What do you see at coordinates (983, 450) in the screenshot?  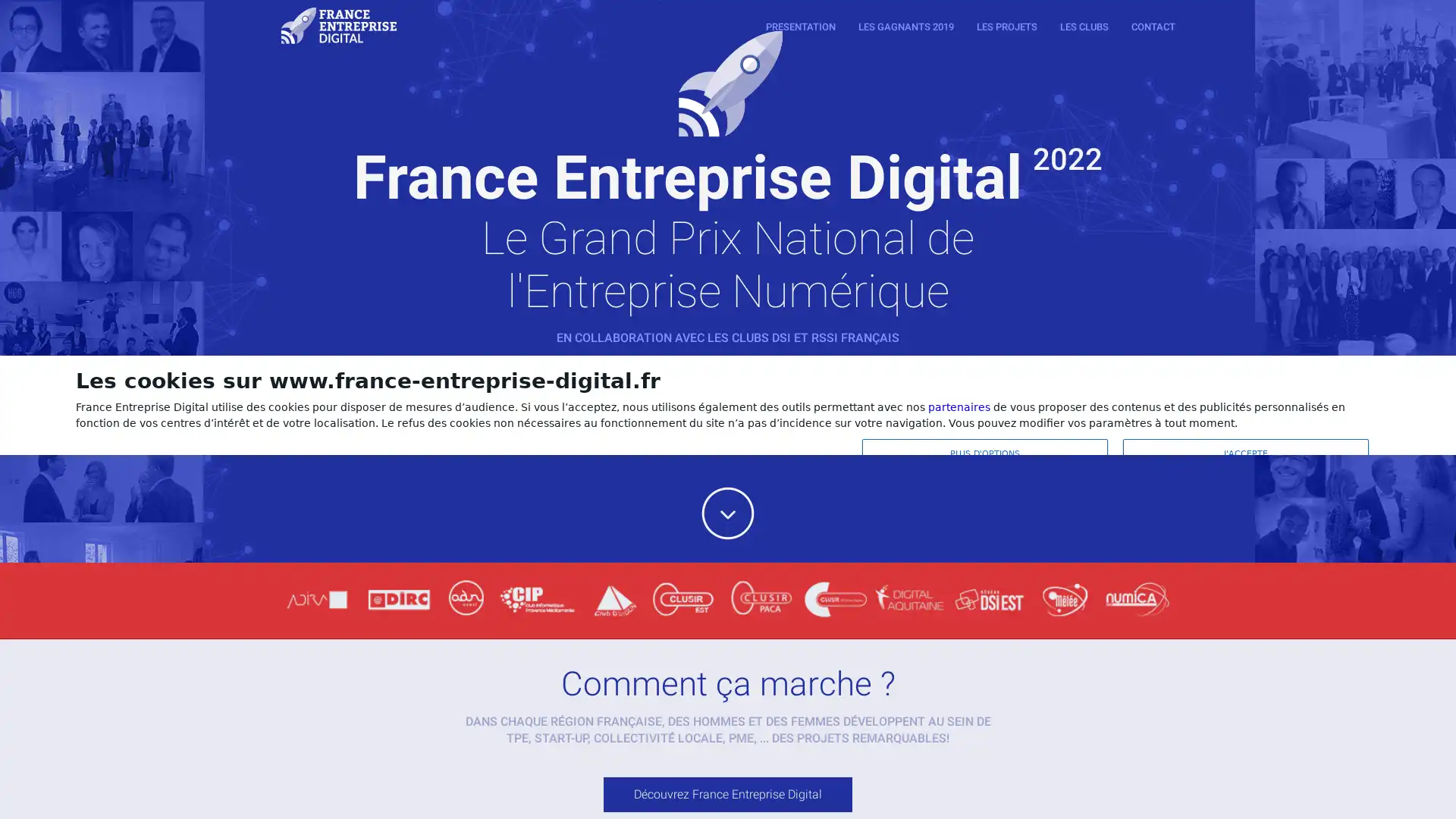 I see `PLUS D'OPTIONS` at bounding box center [983, 450].